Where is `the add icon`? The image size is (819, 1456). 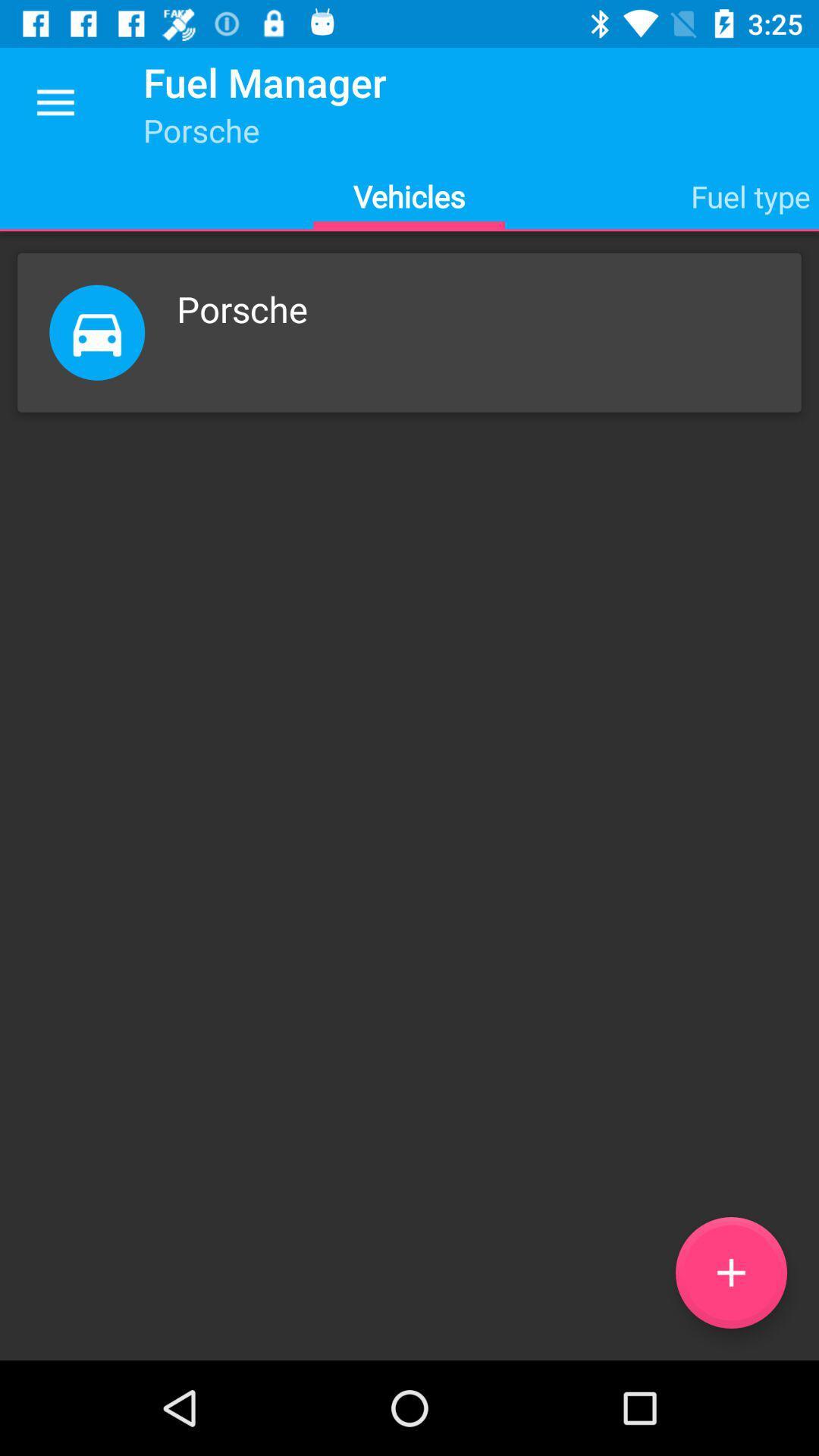 the add icon is located at coordinates (730, 1272).